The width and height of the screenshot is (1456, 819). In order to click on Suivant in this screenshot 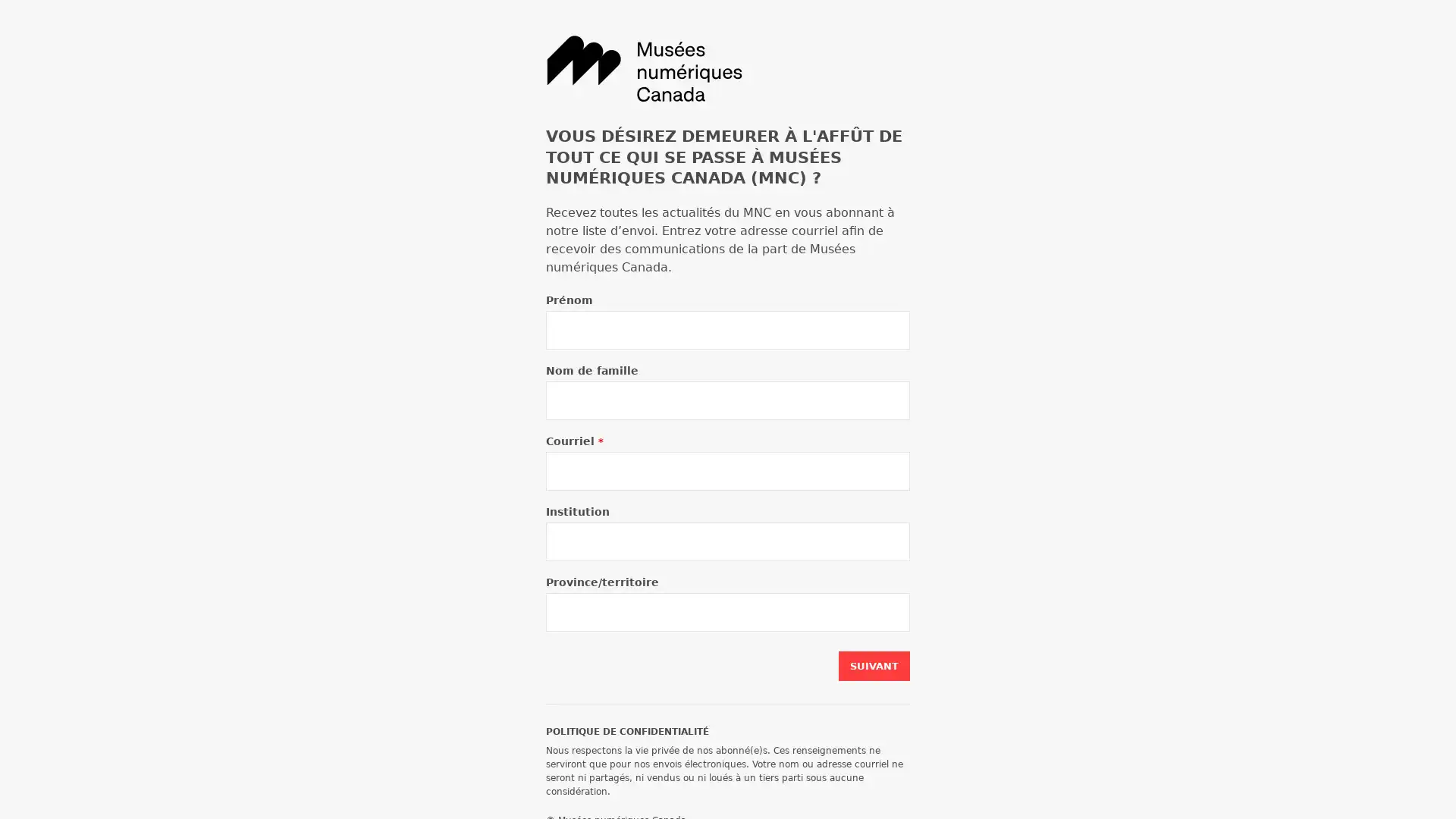, I will do `click(874, 665)`.